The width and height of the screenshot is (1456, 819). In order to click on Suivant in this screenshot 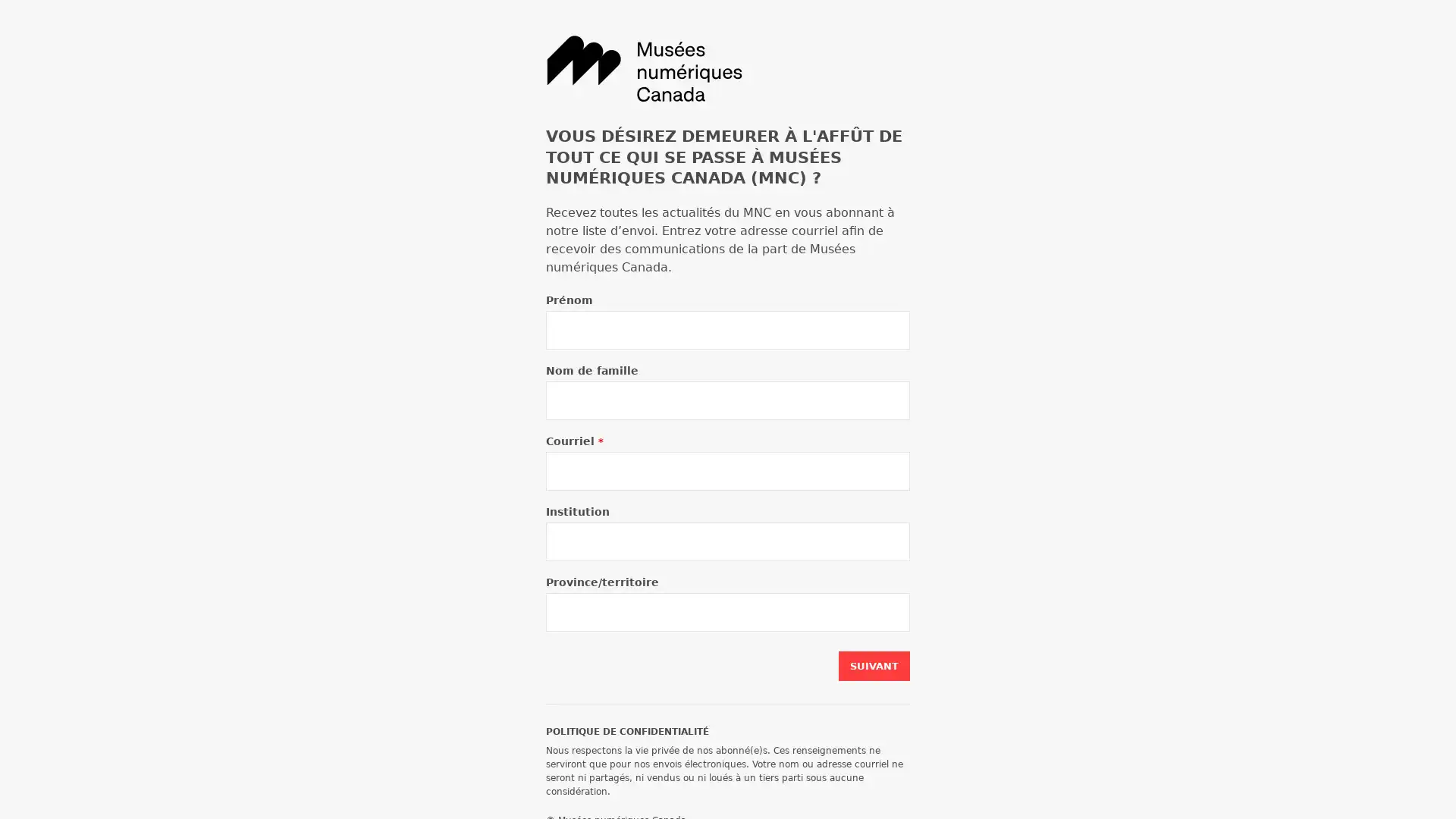, I will do `click(874, 665)`.